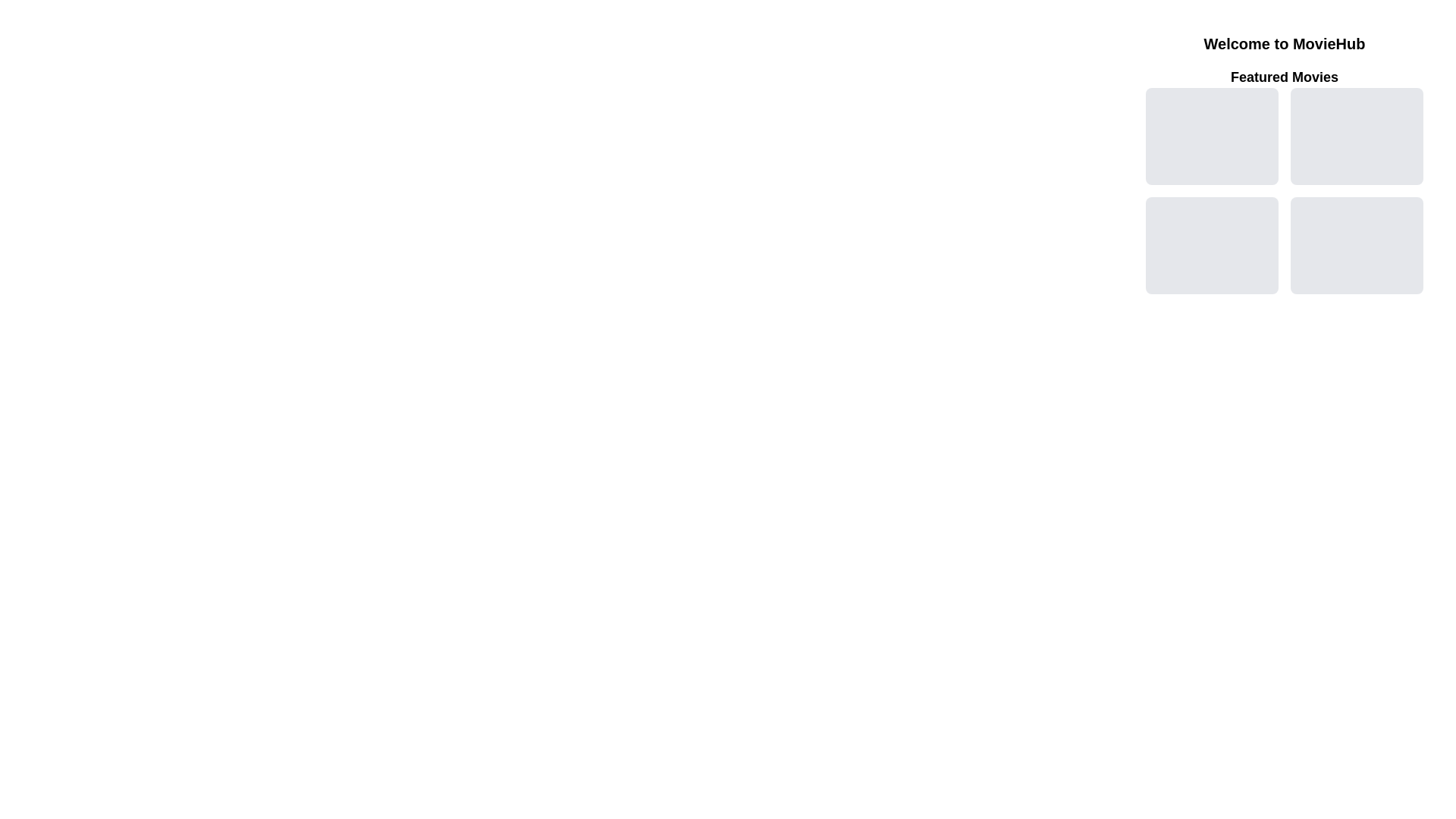 The image size is (1456, 819). Describe the element at coordinates (1178, 806) in the screenshot. I see `the 'Home' icon located at the bottom center of the interface, which serves as a navigational element to return to the main page` at that location.